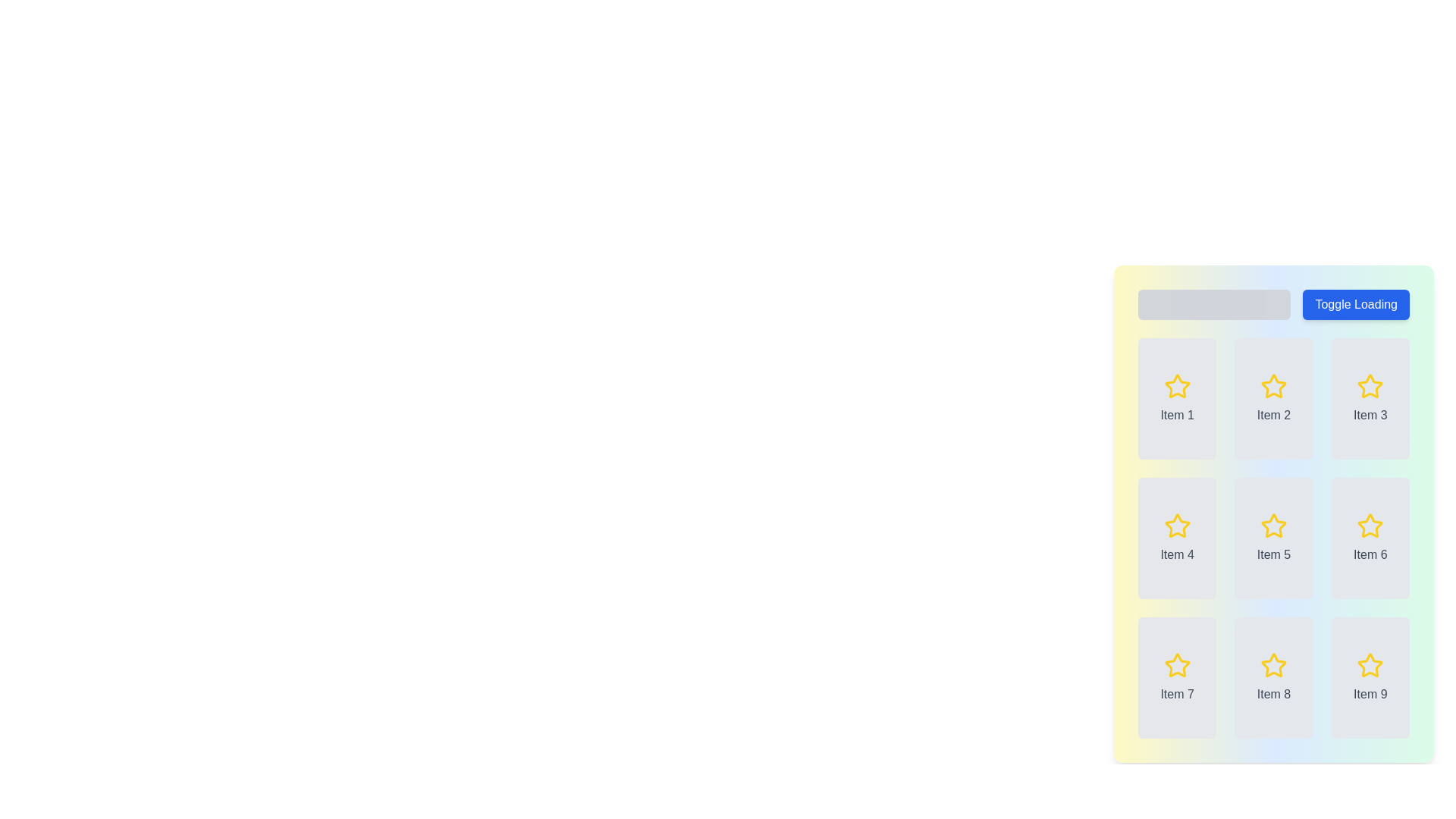 The width and height of the screenshot is (1456, 819). Describe the element at coordinates (1274, 537) in the screenshot. I see `Card with a light gray background, rounded corners, and a centered yellow star icon above the text 'Item 5', located in the second row, middle column of a 3x3 grid` at that location.